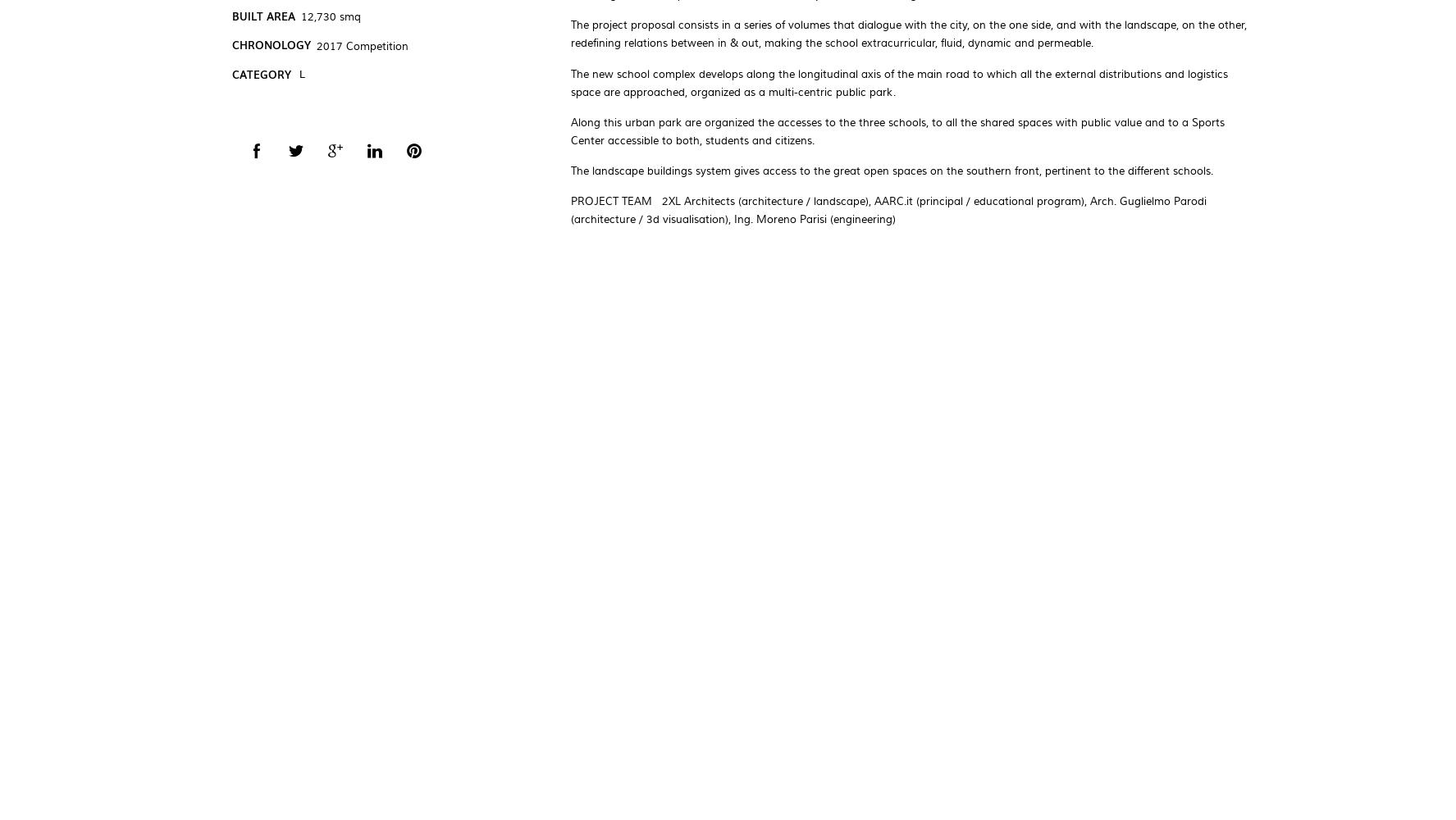  Describe the element at coordinates (261, 73) in the screenshot. I see `'Category'` at that location.